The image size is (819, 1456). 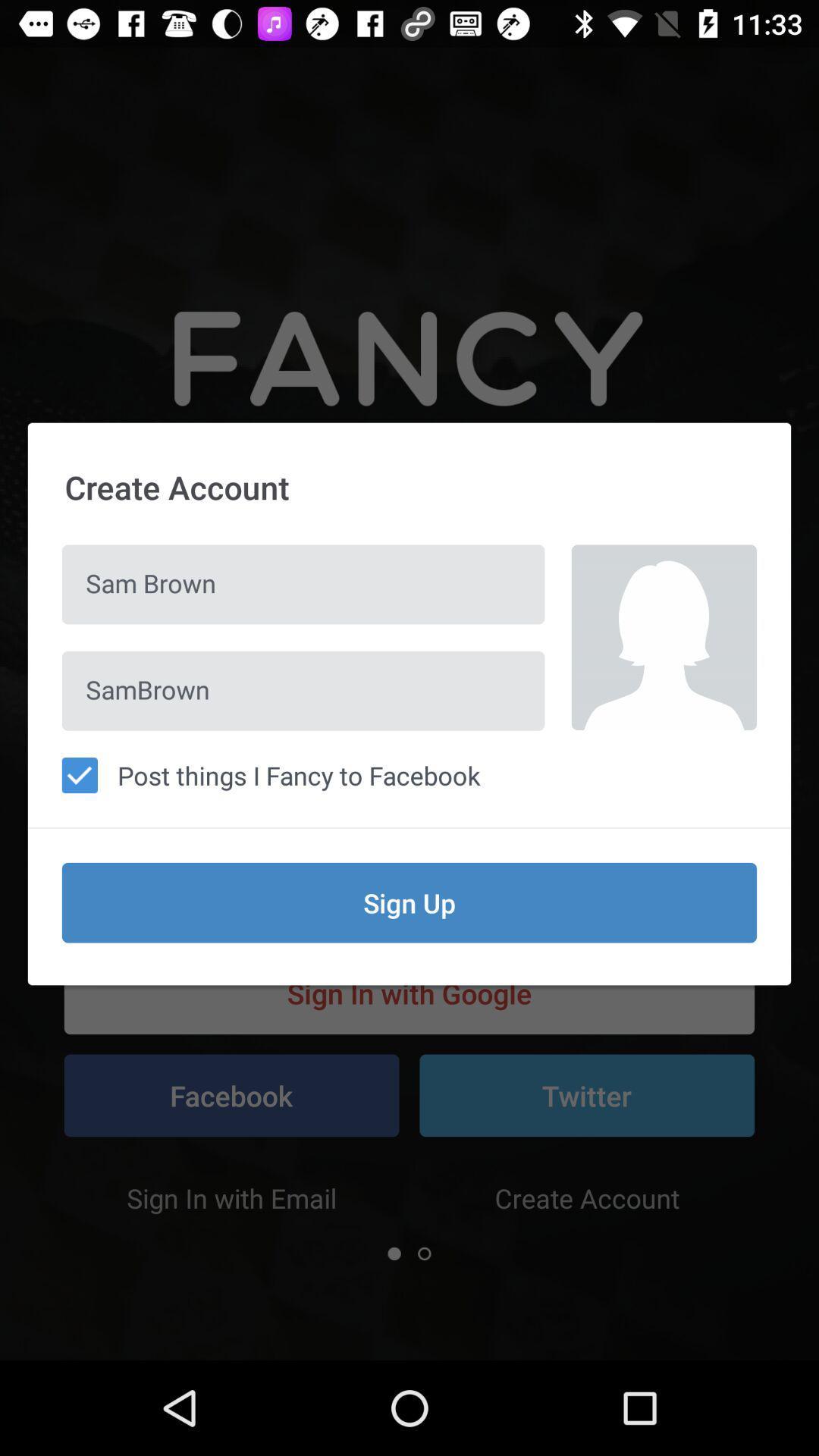 I want to click on icon below sam brown item, so click(x=303, y=690).